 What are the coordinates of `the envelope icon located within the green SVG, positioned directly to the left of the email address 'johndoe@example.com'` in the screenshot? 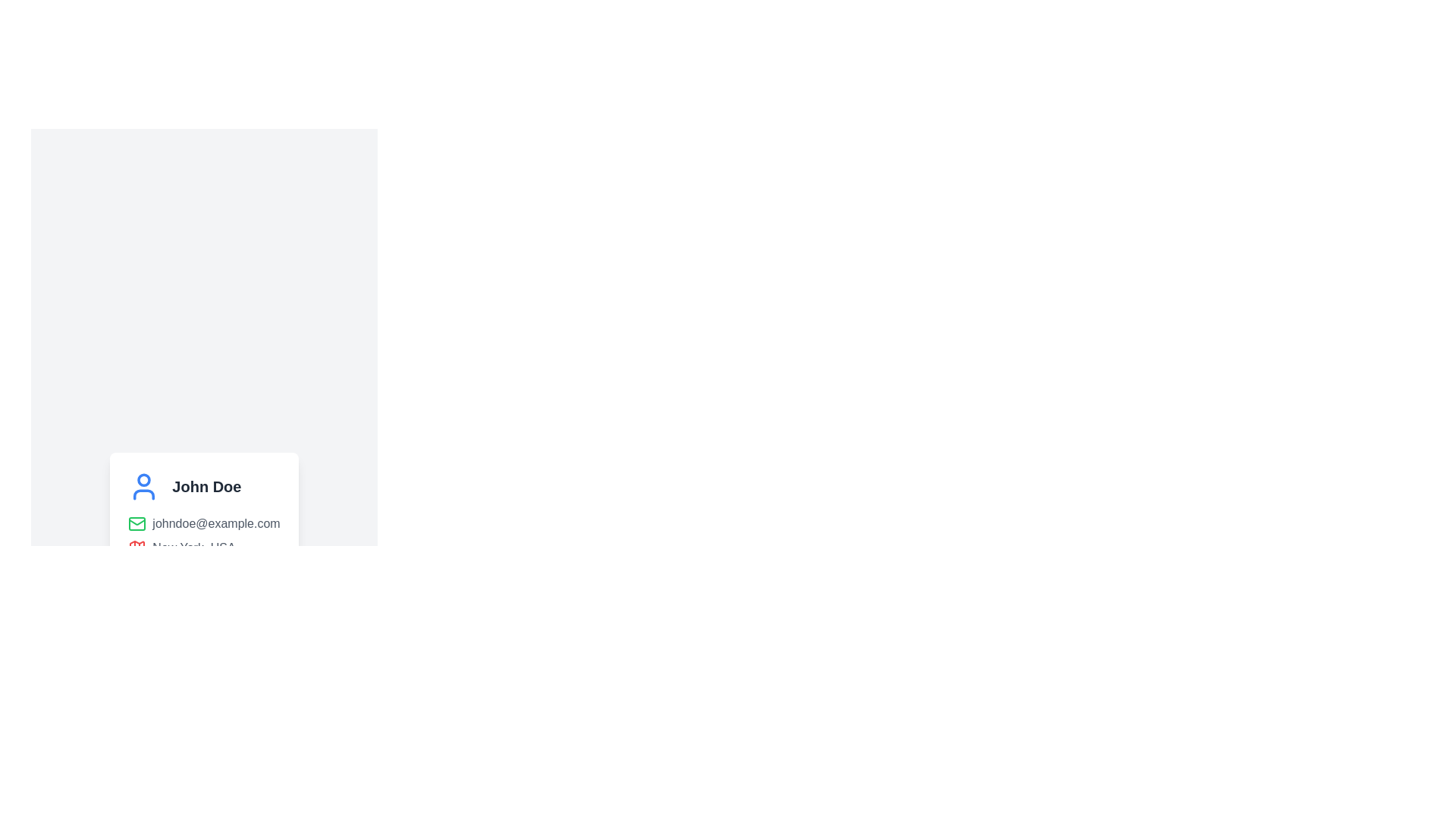 It's located at (137, 522).